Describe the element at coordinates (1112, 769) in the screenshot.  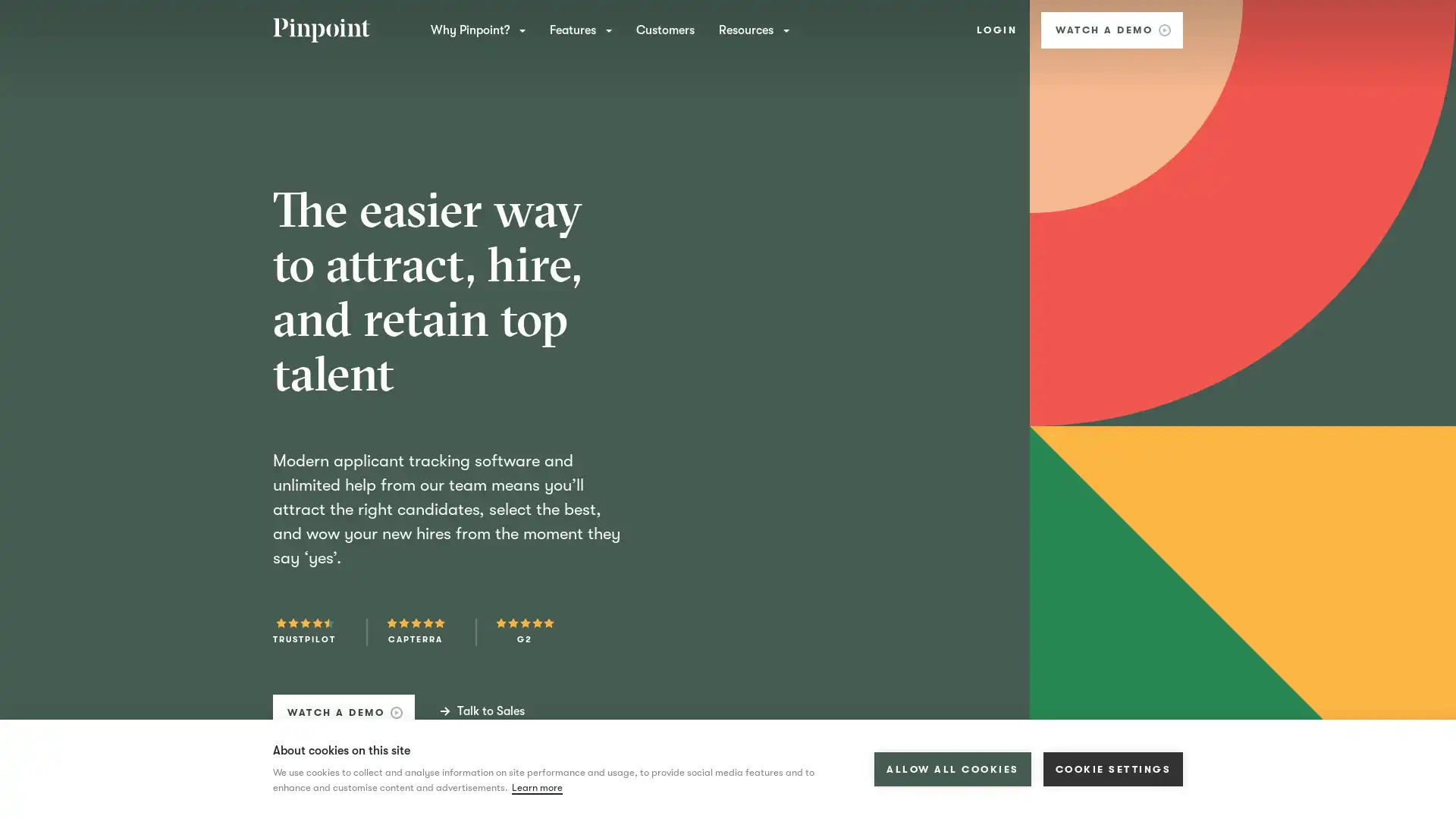
I see `COOKIE SETTINGS` at that location.